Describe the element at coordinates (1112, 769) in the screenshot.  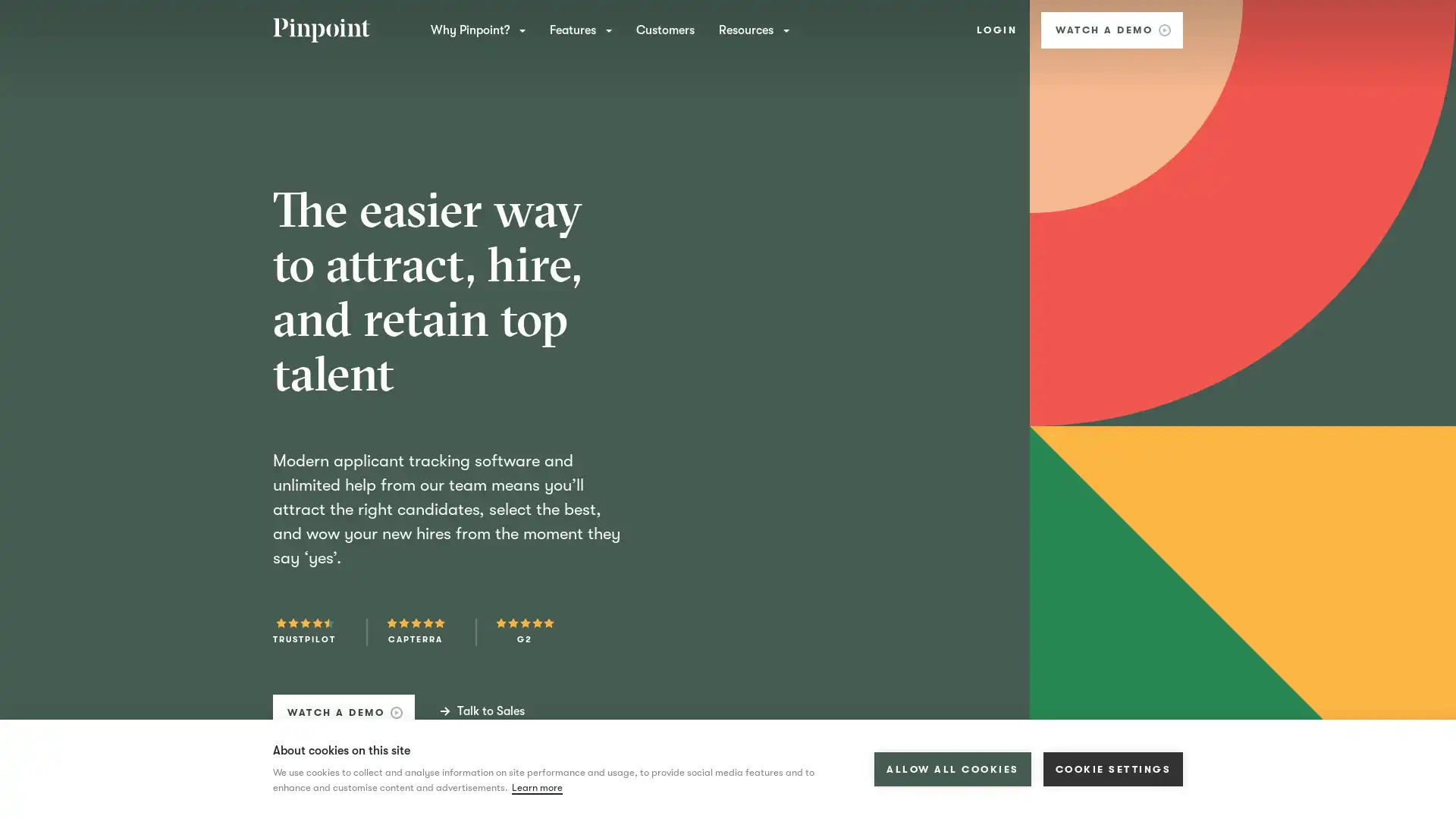
I see `COOKIE SETTINGS` at that location.